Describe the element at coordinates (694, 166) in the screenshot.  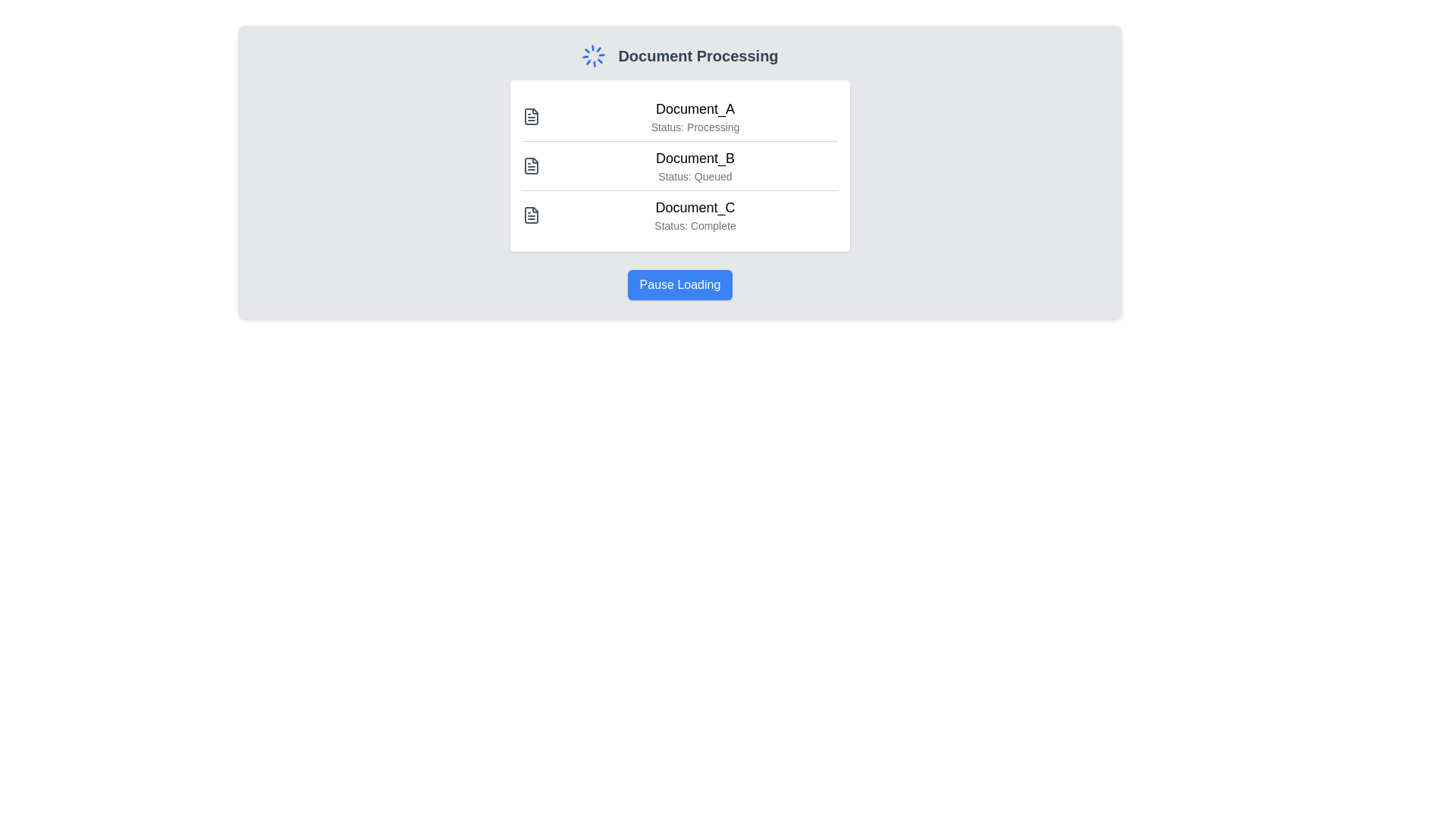
I see `text from the Text label with hierarchical formatting that displays 'Document_B' and 'Status: Queued', located in the central panel as the second entry in the list` at that location.